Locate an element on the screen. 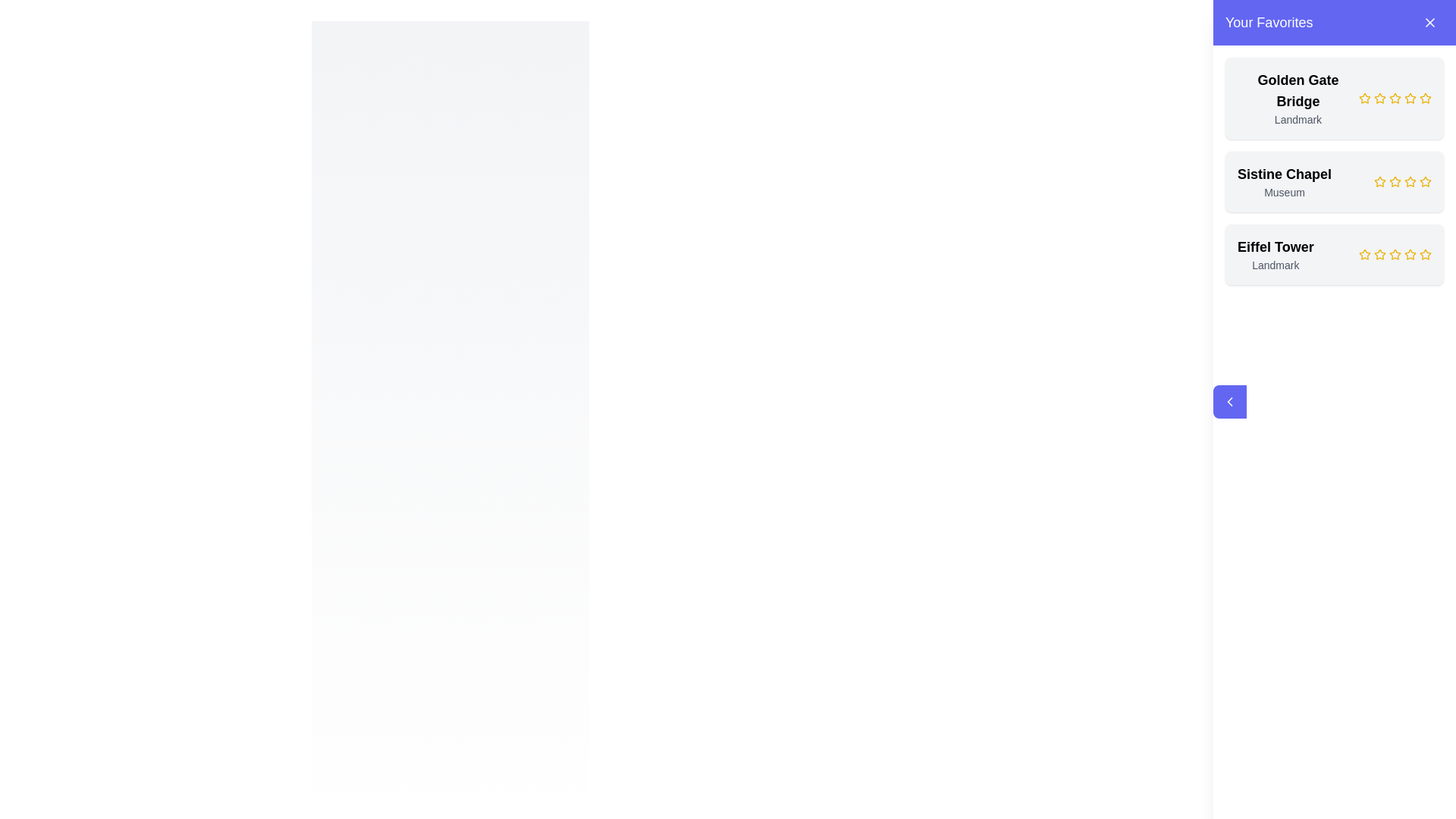 This screenshot has width=1456, height=819. the third yellow star icon representing a rating system for the 'Golden Gate Bridge' listing under 'Your Favorites' is located at coordinates (1395, 98).